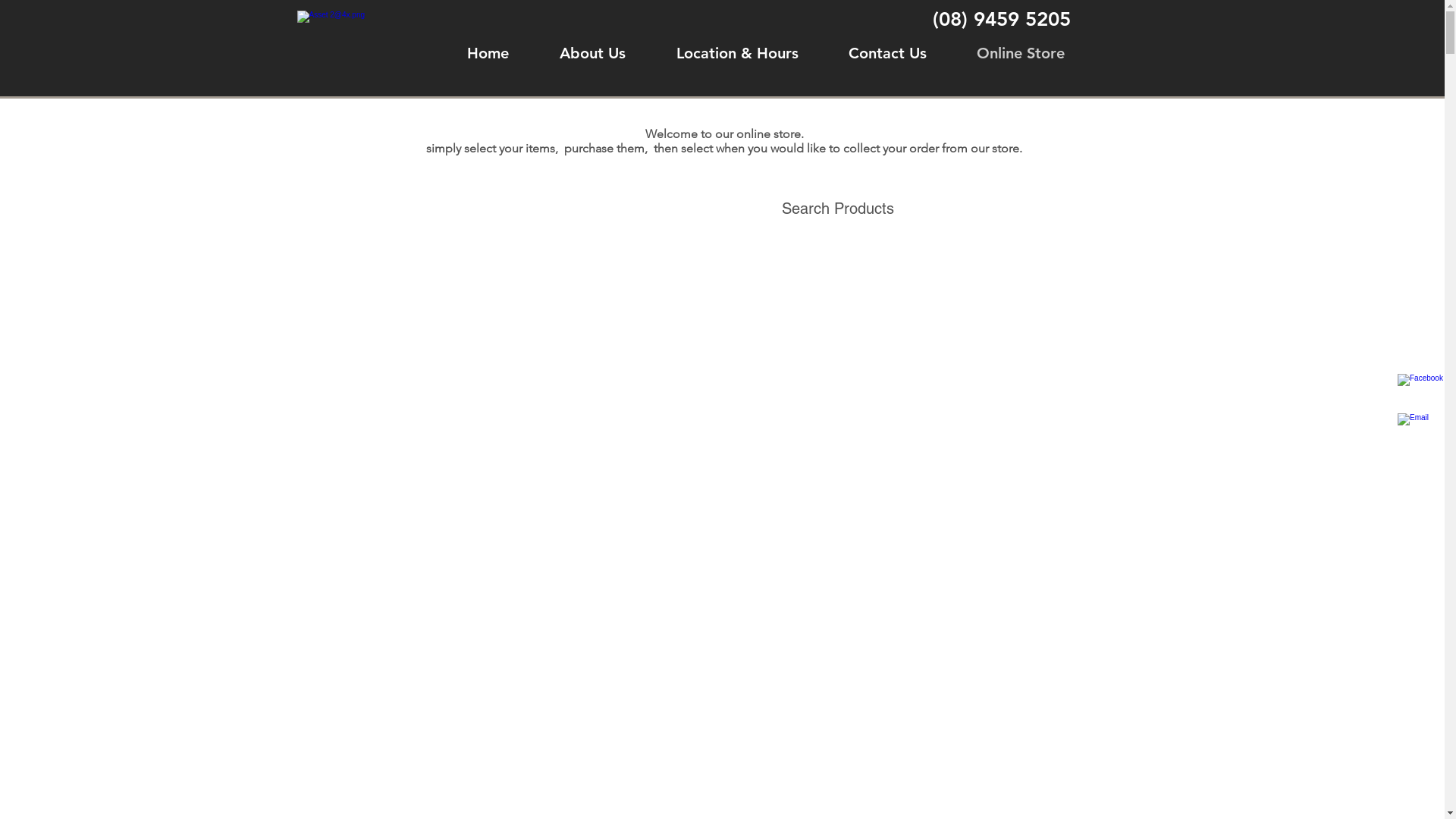 This screenshot has width=1456, height=819. I want to click on 'About Us', so click(591, 52).